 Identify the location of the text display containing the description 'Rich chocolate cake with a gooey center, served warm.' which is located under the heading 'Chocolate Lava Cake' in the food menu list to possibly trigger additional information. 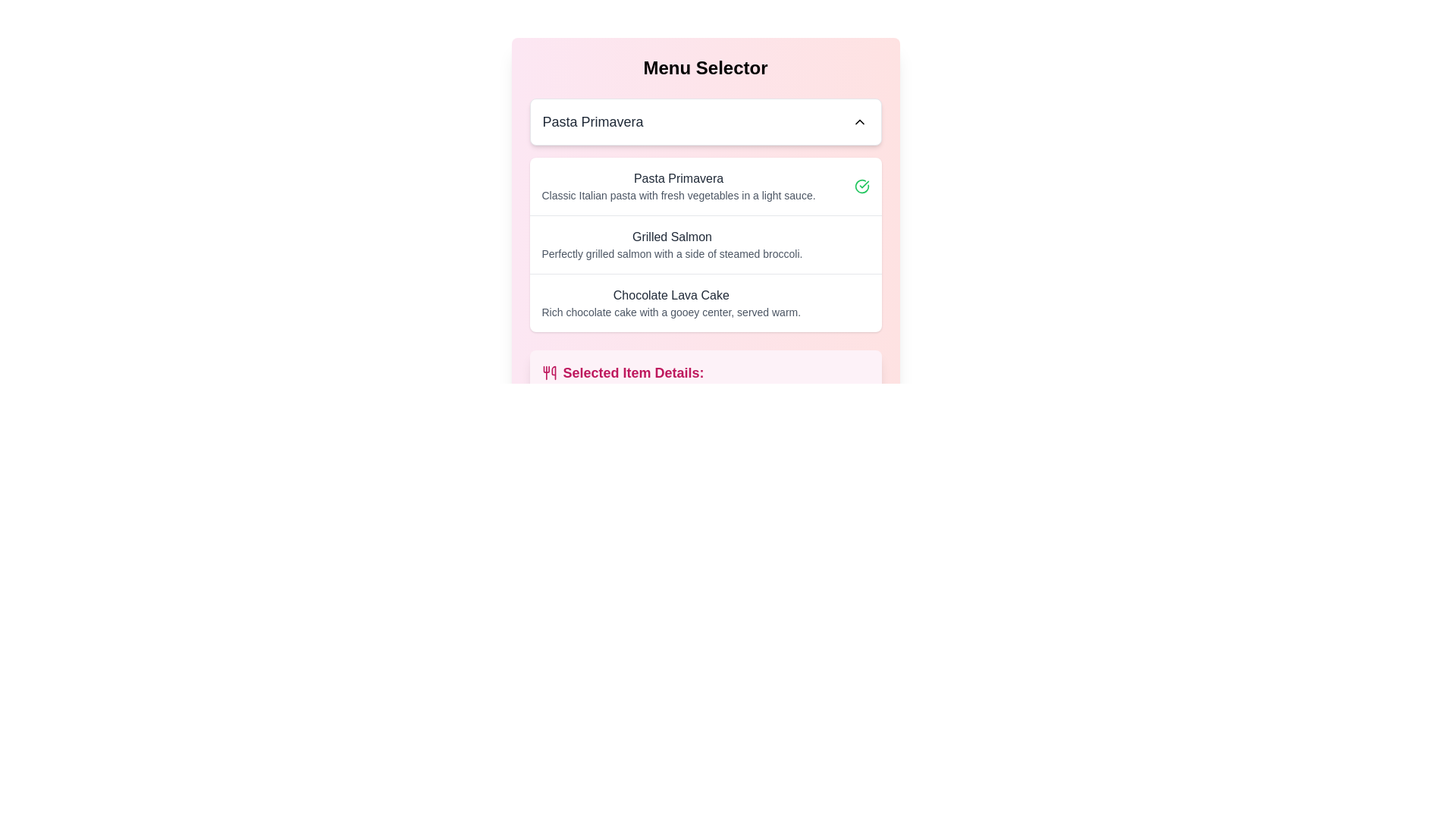
(670, 312).